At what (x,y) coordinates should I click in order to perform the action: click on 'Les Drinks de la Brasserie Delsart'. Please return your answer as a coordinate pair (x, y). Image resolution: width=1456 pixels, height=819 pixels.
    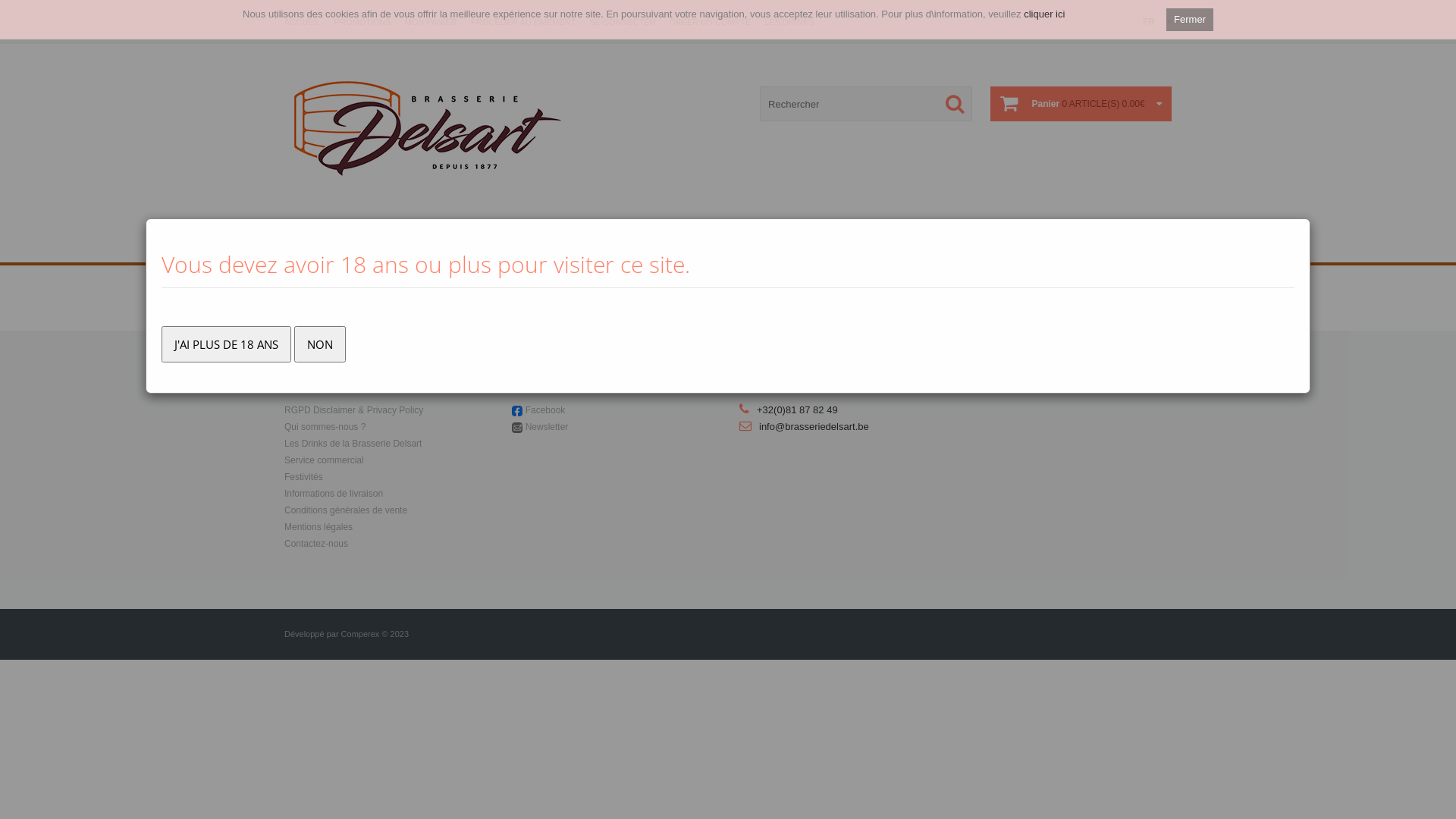
    Looking at the image, I should click on (352, 444).